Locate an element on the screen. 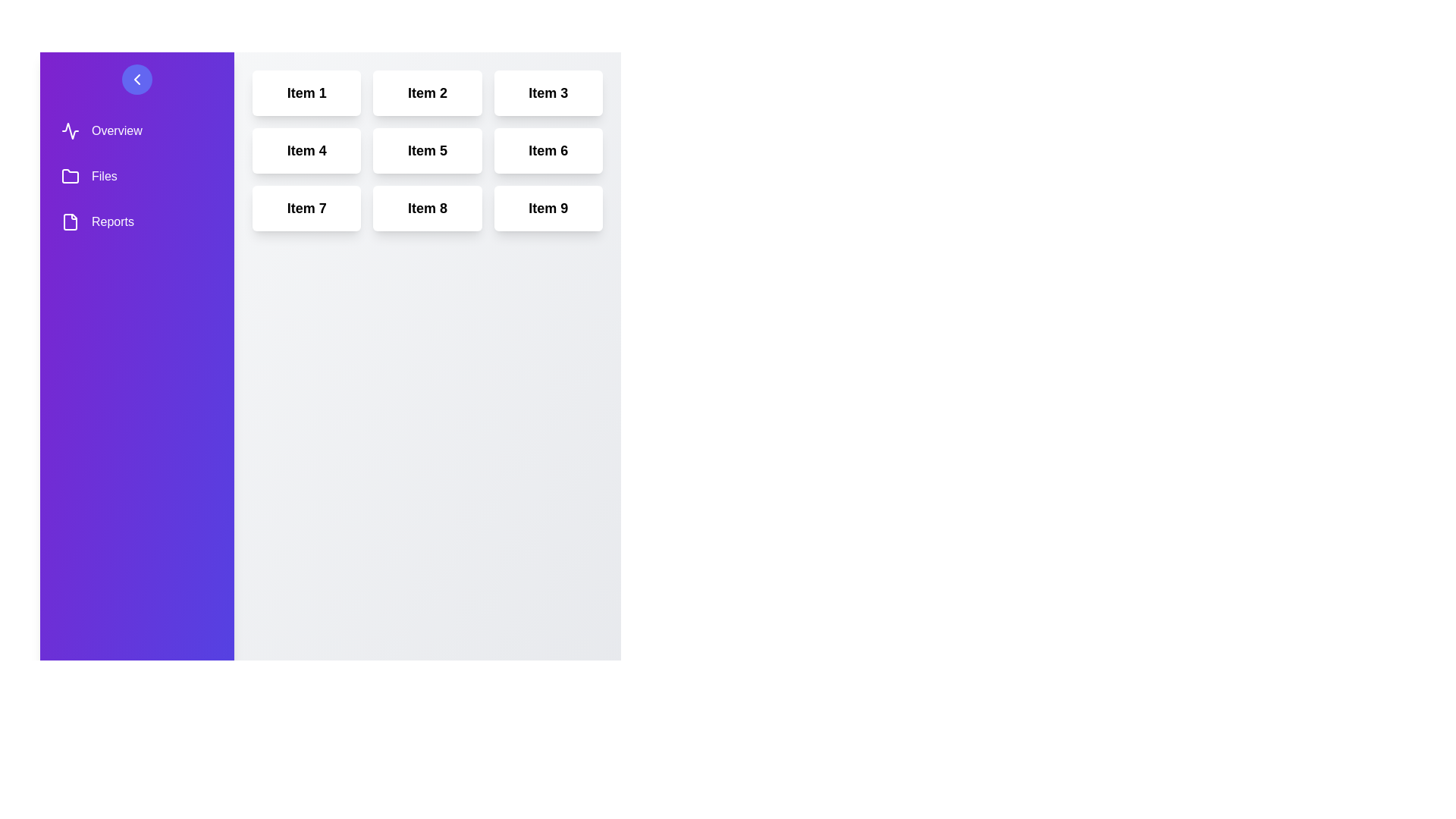 Image resolution: width=1456 pixels, height=819 pixels. the sidebar menu item corresponding to Overview is located at coordinates (137, 130).